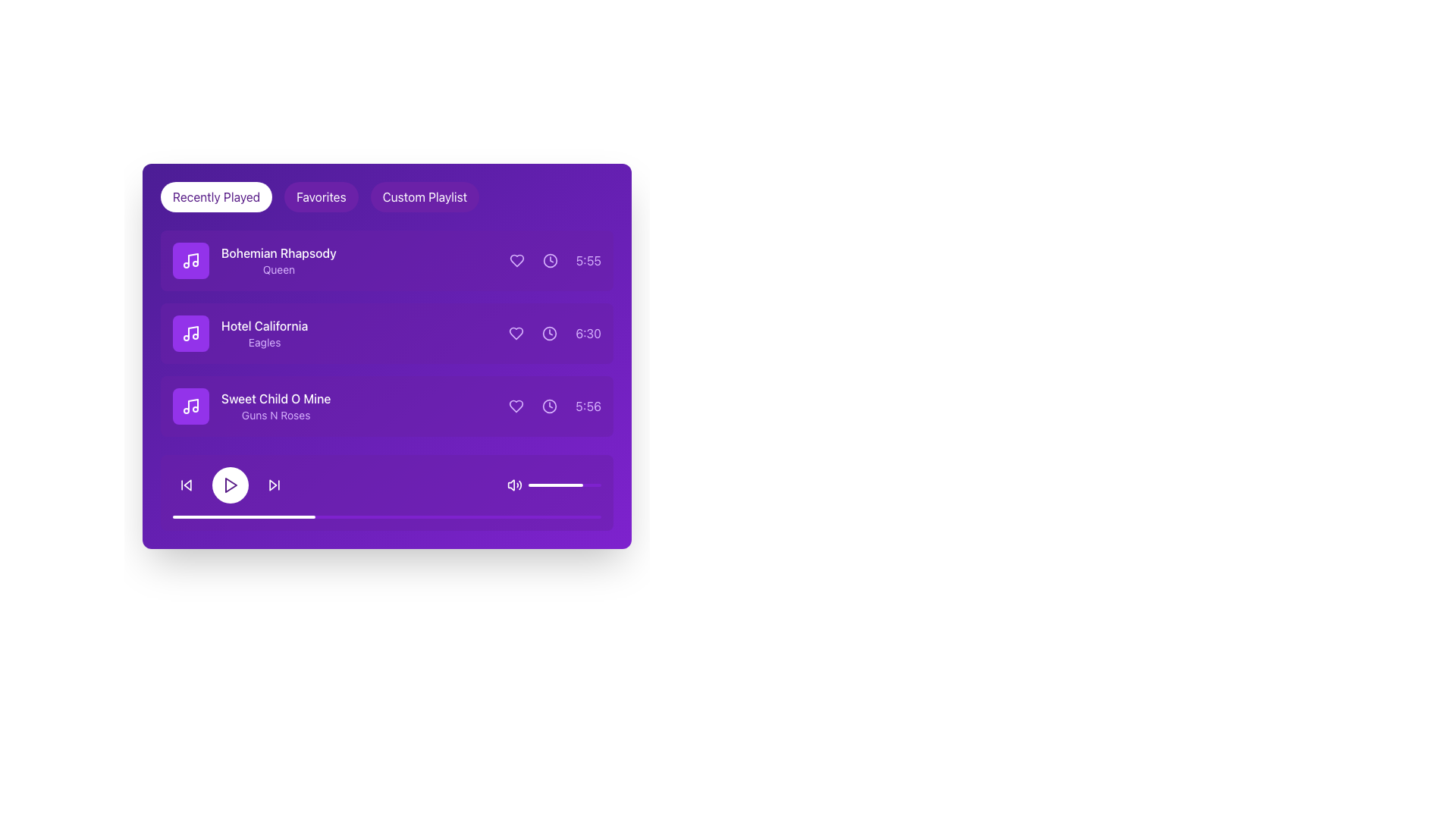  I want to click on the forward skip button icon, so click(274, 485).